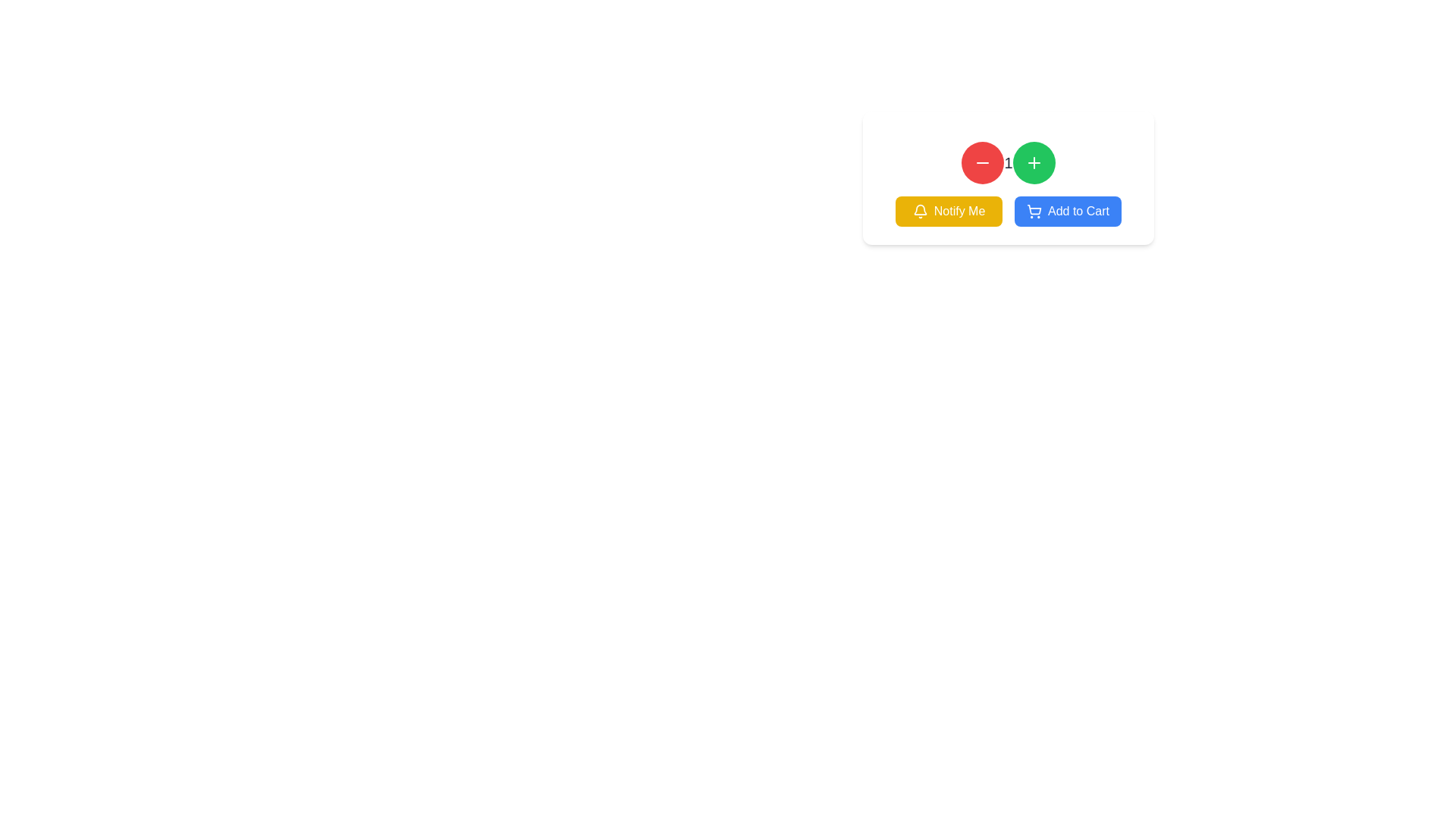 Image resolution: width=1456 pixels, height=819 pixels. What do you see at coordinates (1008, 163) in the screenshot?
I see `the value display element showing the number '1', which is positioned between a red decrement button and a green increment button, within a card-like component` at bounding box center [1008, 163].